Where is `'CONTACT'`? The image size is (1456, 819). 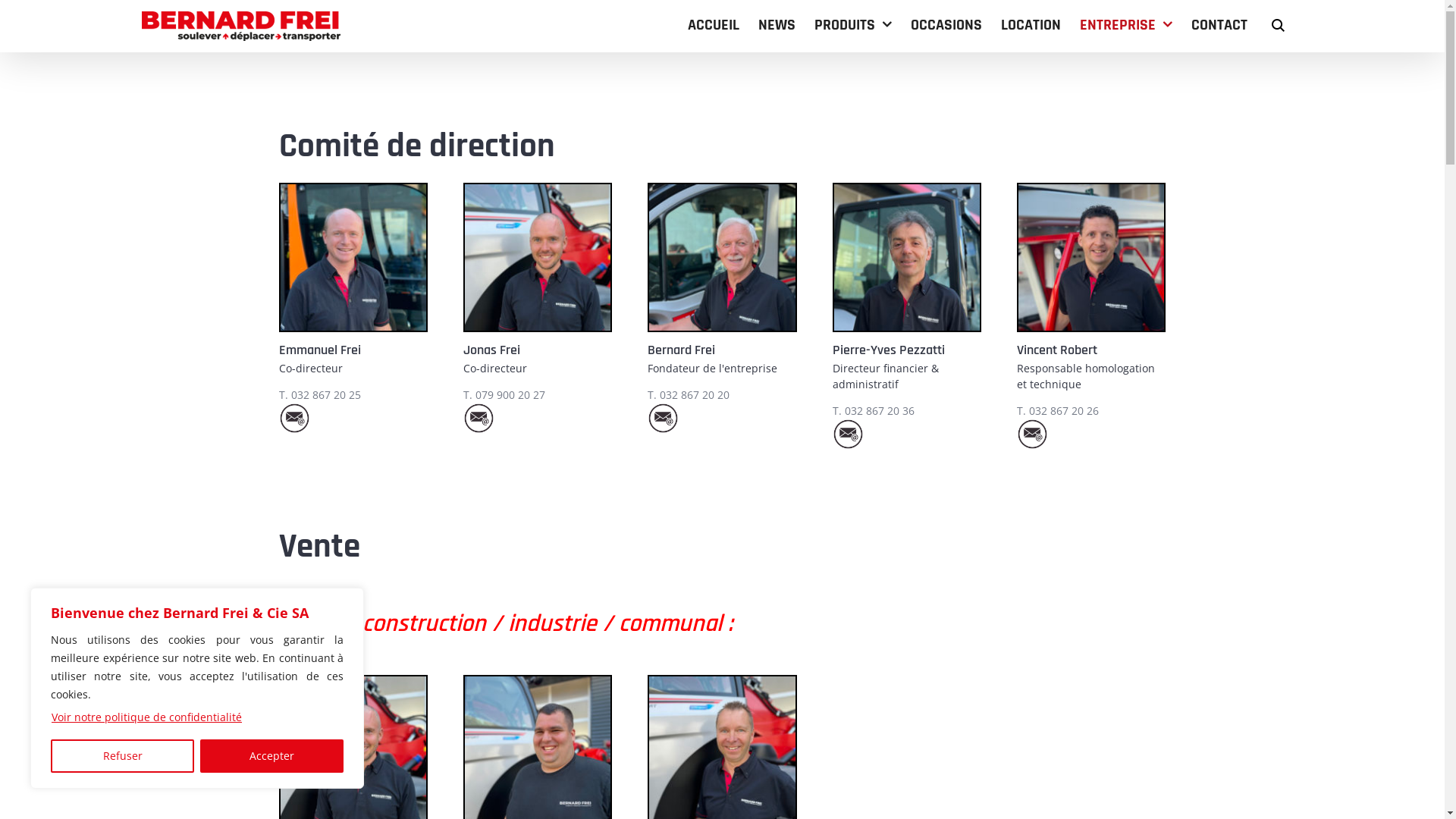
'CONTACT' is located at coordinates (1219, 24).